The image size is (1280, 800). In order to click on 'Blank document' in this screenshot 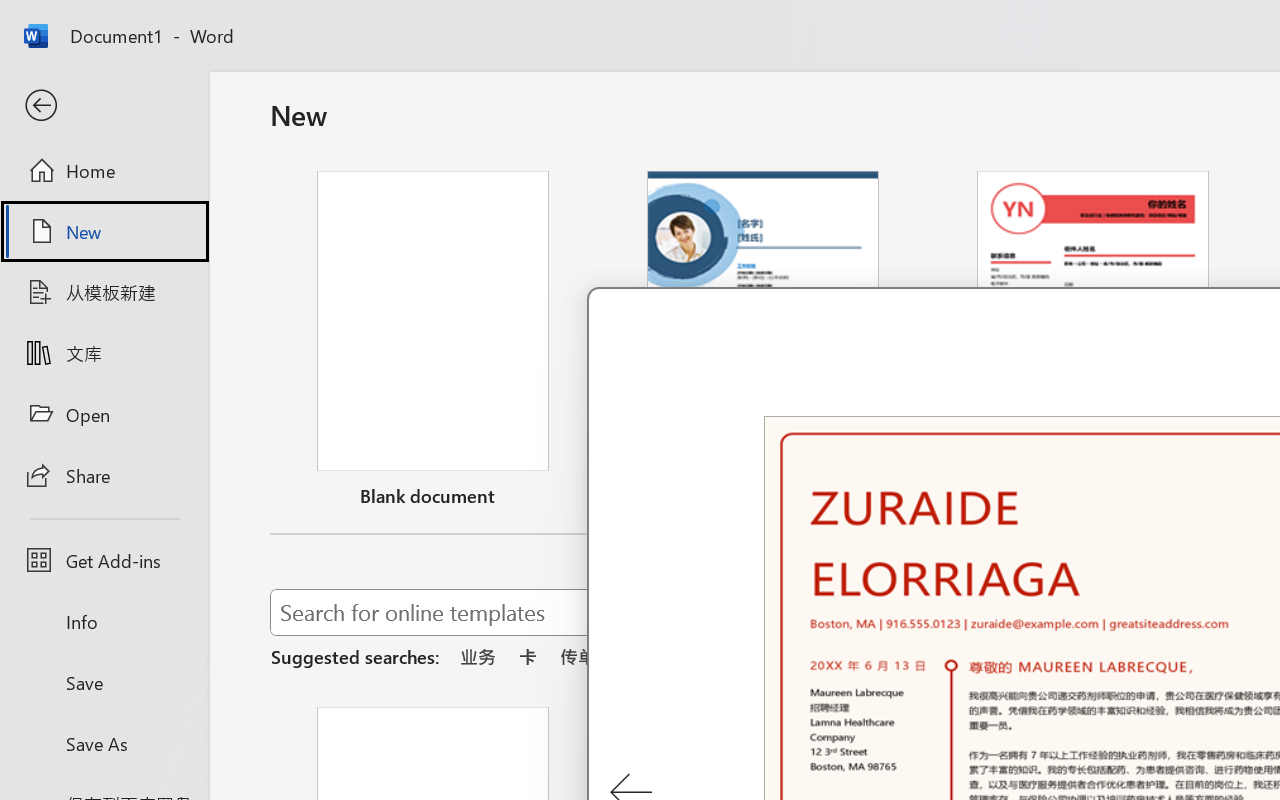, I will do `click(432, 343)`.